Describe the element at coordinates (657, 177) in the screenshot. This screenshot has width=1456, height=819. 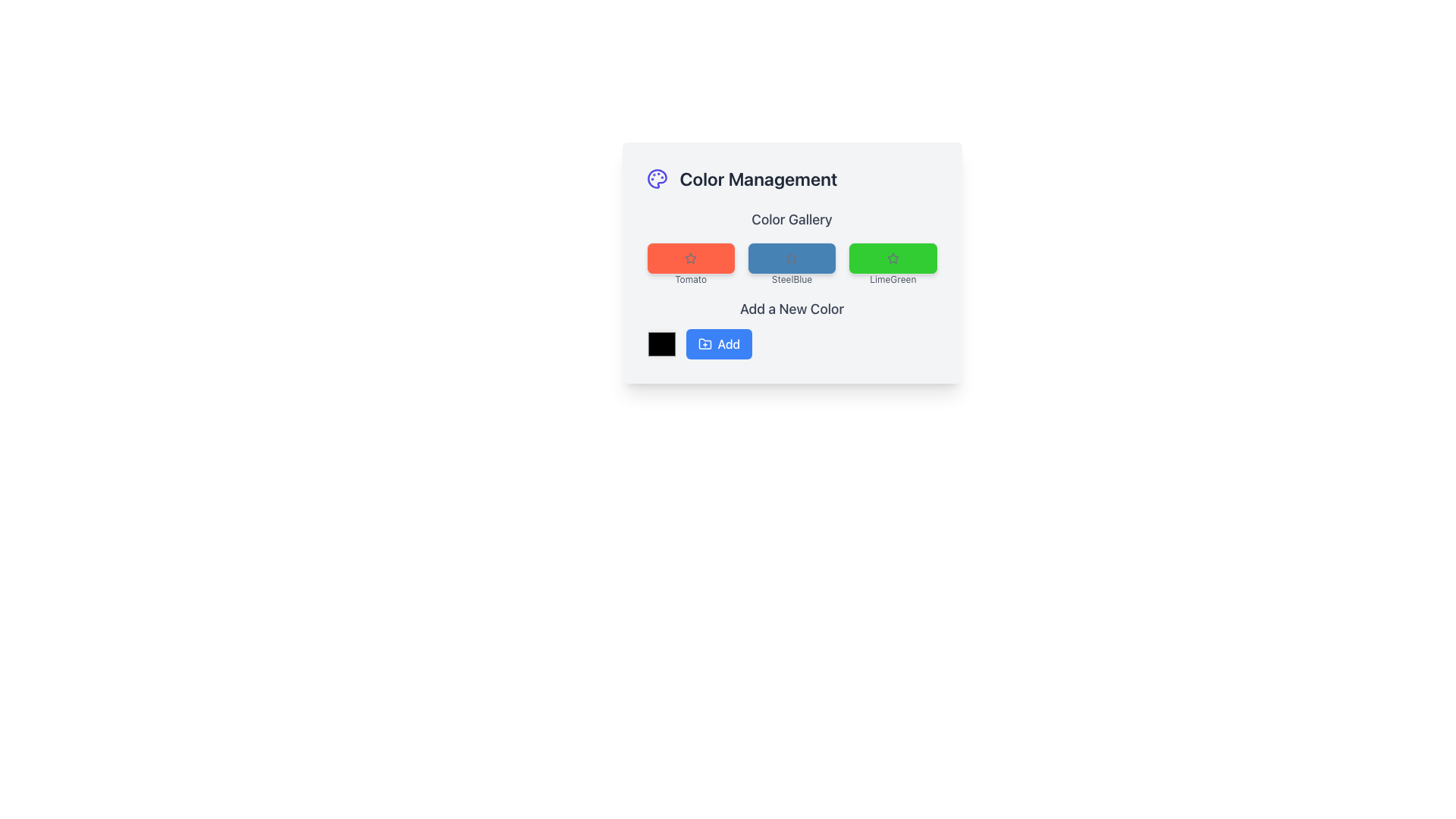
I see `the SVG graphic icon representing colors or palettes located at the leftmost part of the header within the 'Color Management' panel` at that location.